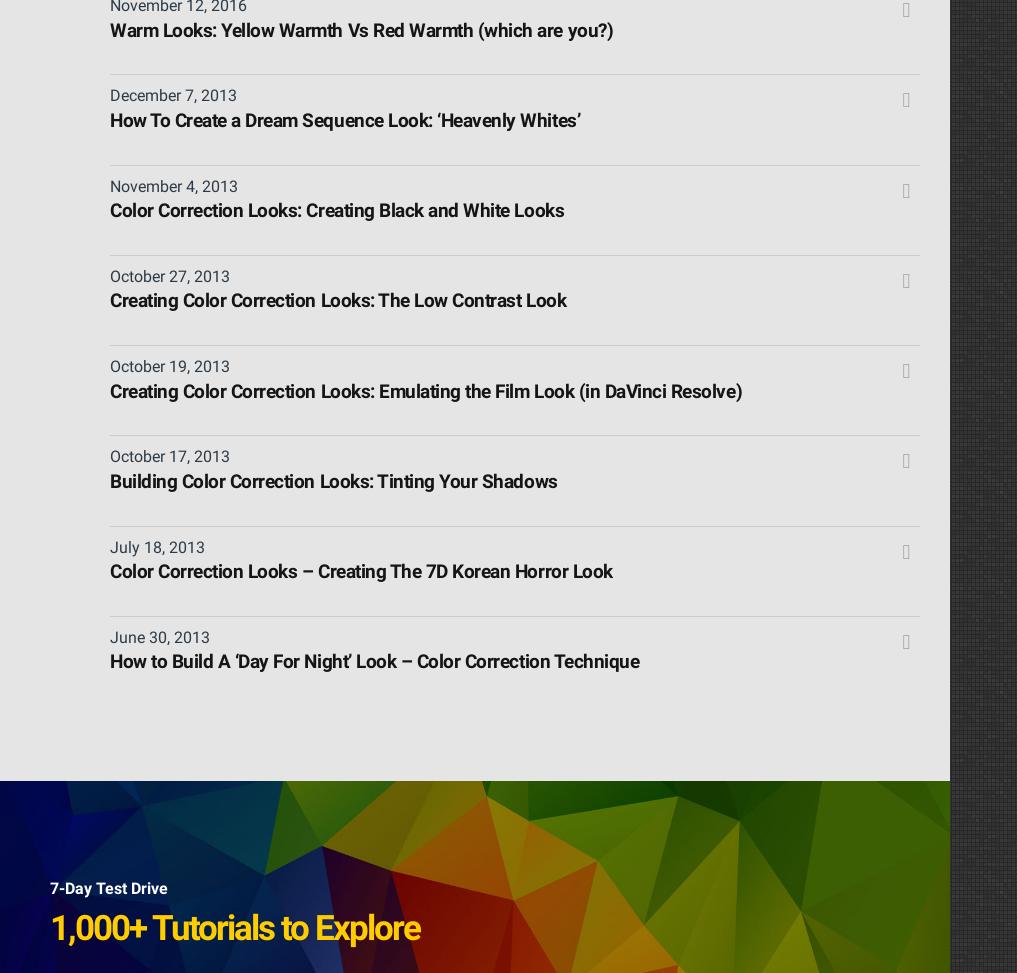 The height and width of the screenshot is (973, 1017). I want to click on 'June 30, 2013', so click(158, 635).